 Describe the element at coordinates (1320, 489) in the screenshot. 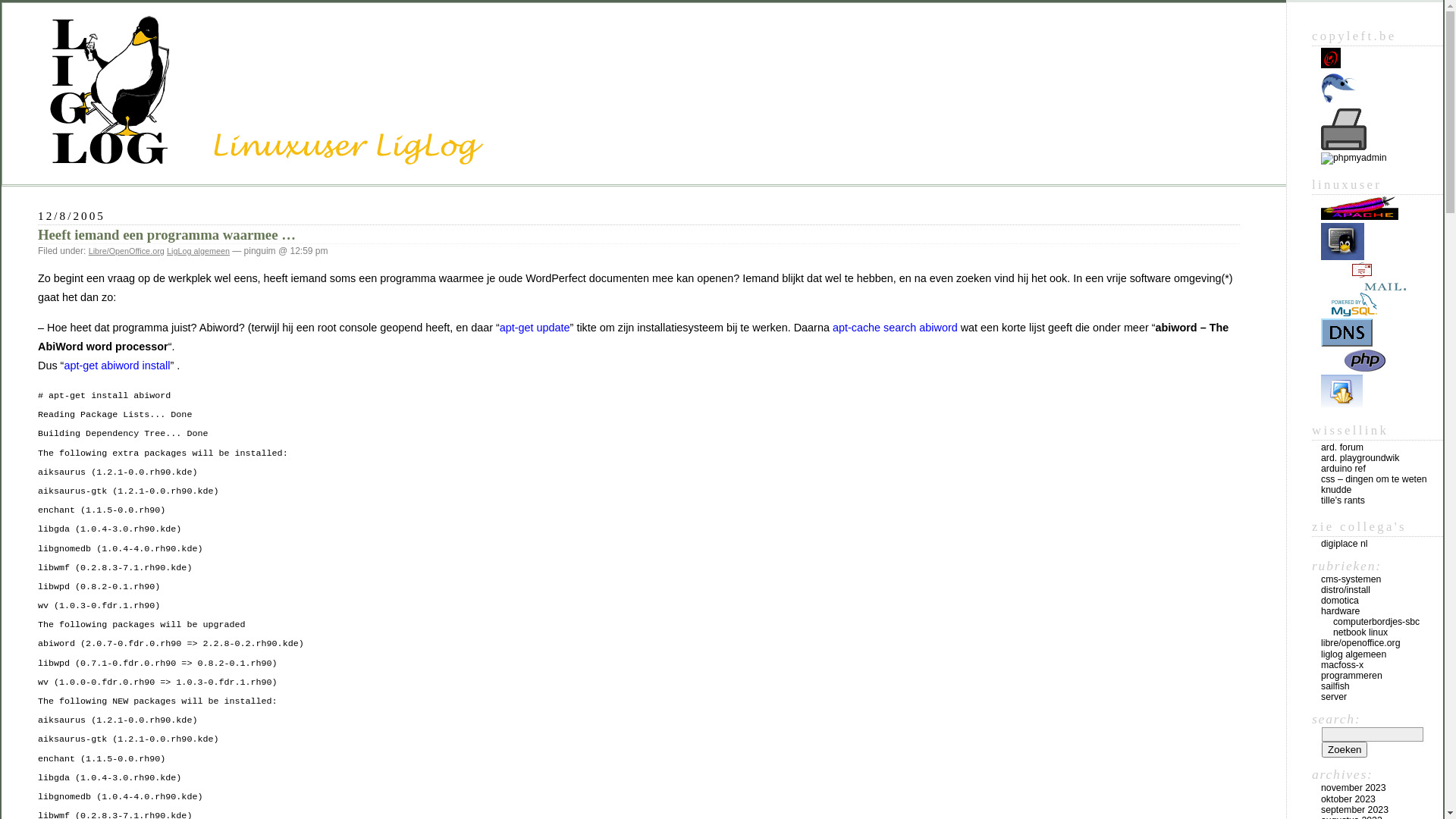

I see `'knudde'` at that location.